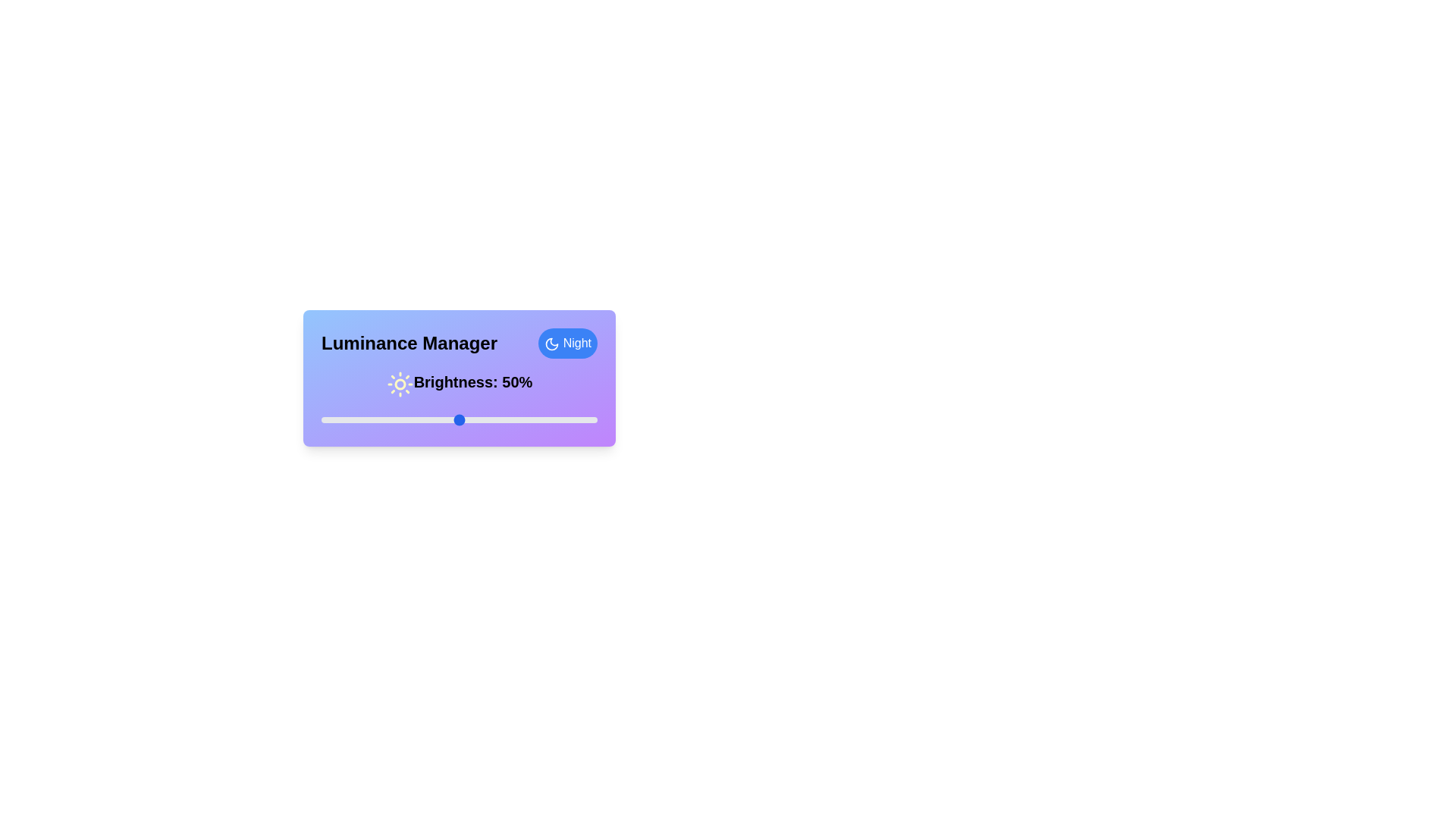 The image size is (1456, 819). What do you see at coordinates (574, 420) in the screenshot?
I see `the luminance slider to 92%` at bounding box center [574, 420].